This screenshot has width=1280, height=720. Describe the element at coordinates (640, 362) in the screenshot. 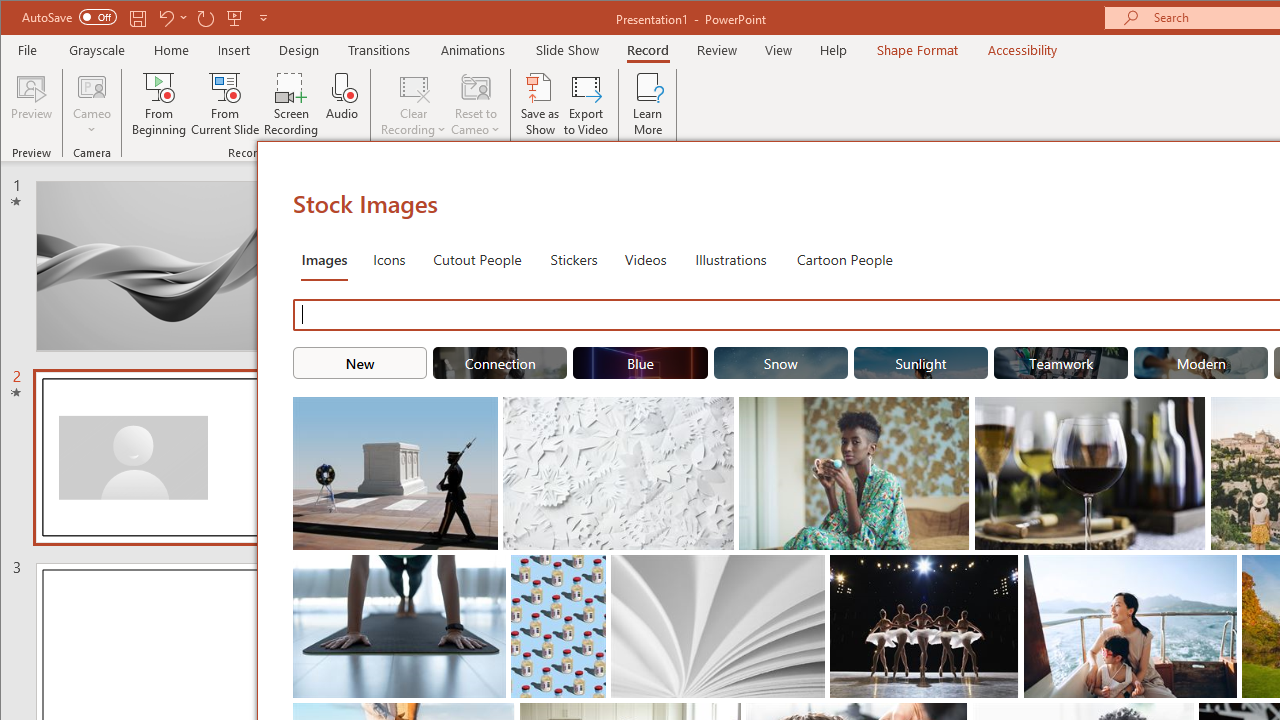

I see `'"Blue" Stock Images.'` at that location.